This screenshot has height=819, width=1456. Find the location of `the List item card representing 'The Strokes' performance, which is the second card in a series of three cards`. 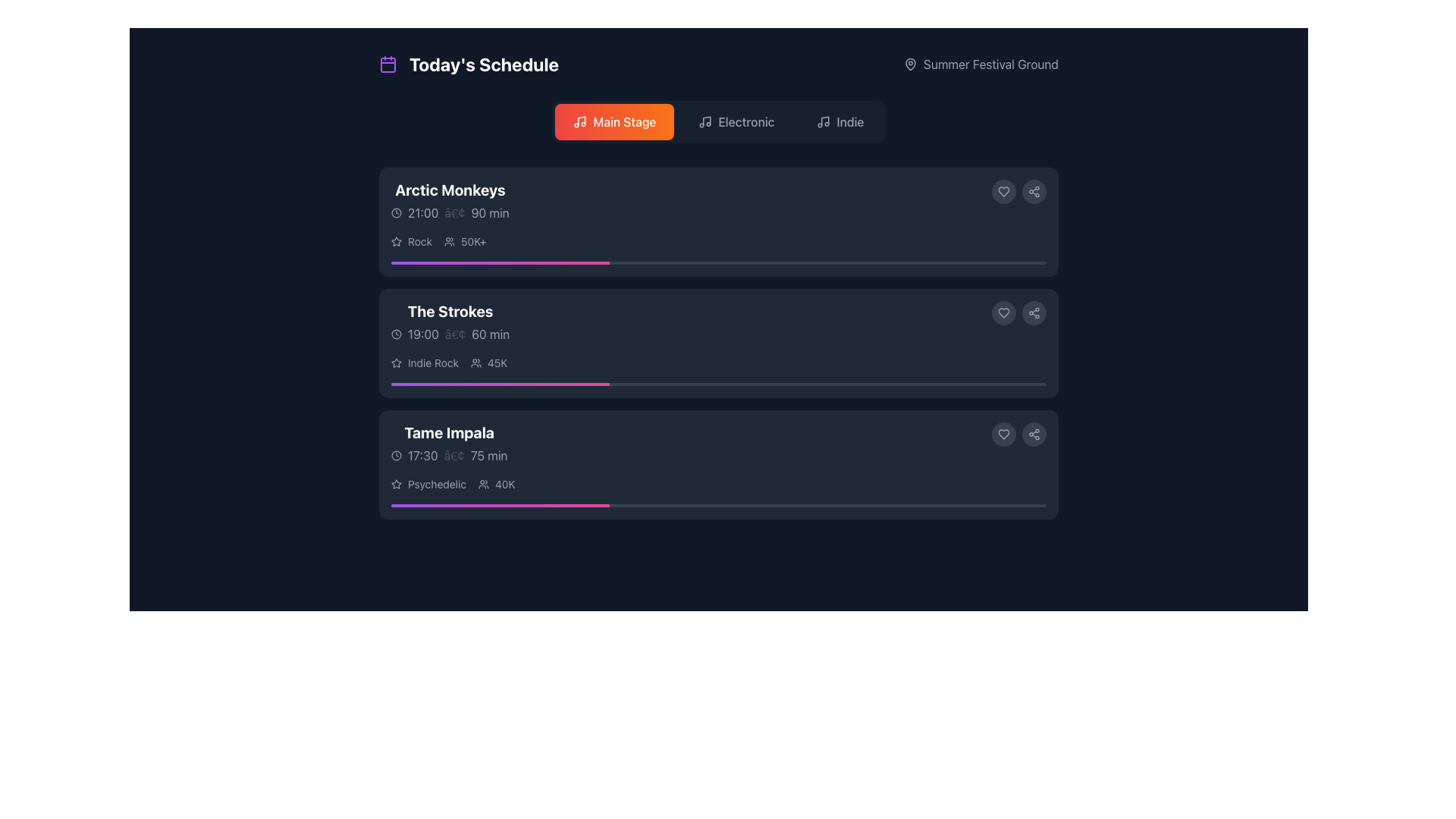

the List item card representing 'The Strokes' performance, which is the second card in a series of three cards is located at coordinates (718, 343).